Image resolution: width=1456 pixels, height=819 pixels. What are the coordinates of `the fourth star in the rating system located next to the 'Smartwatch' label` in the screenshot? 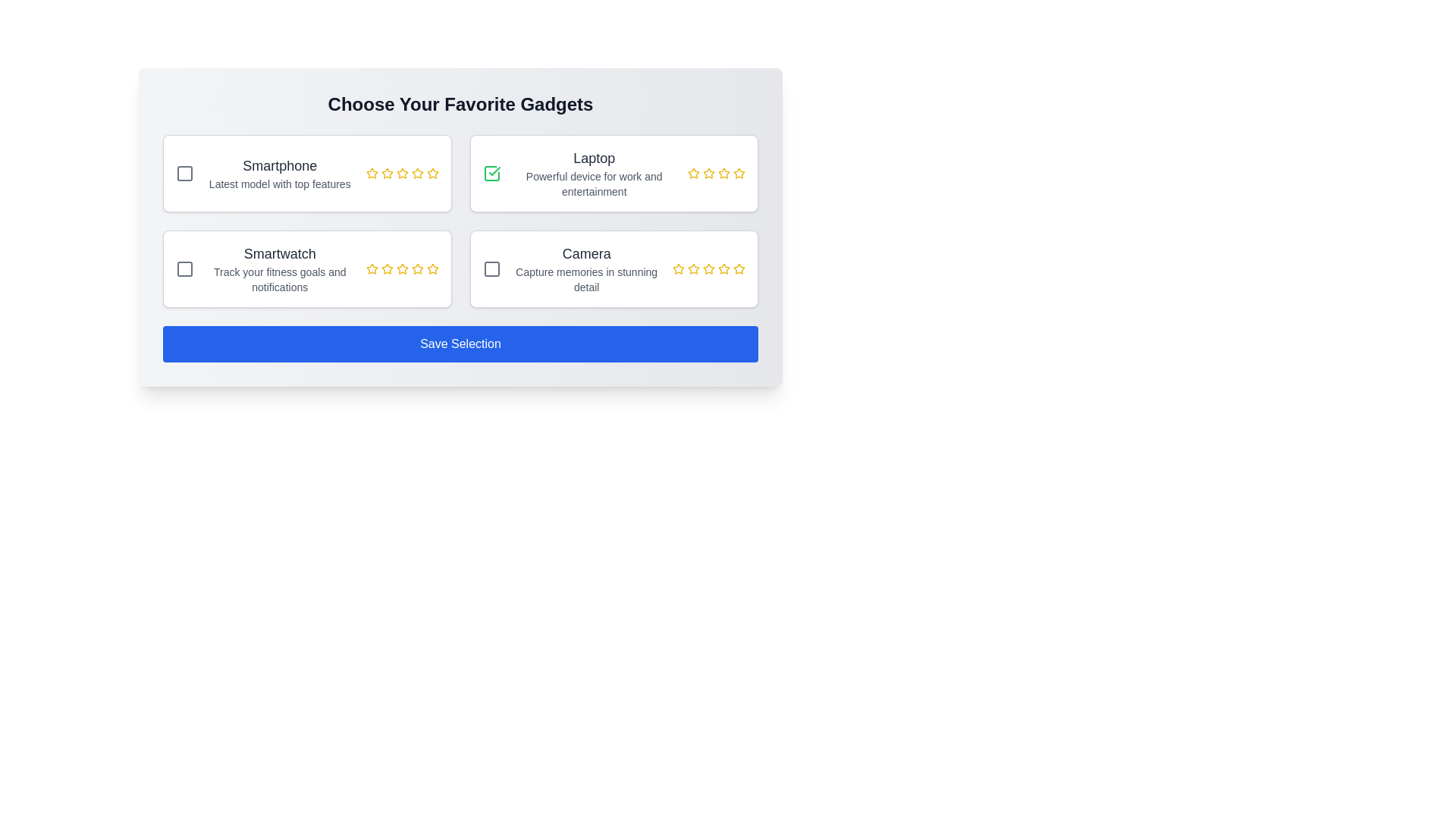 It's located at (402, 268).